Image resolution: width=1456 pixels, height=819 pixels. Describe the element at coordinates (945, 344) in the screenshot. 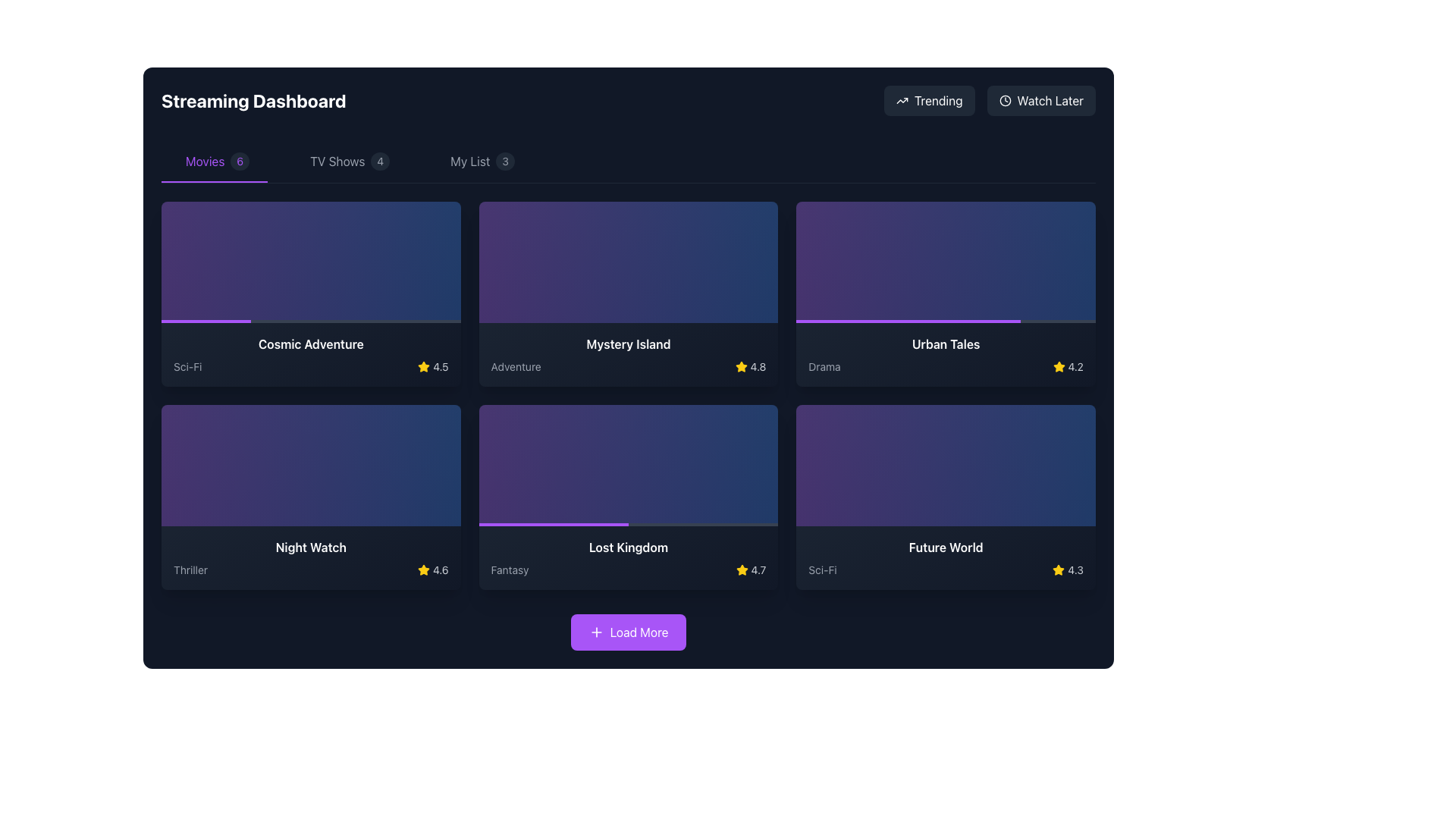

I see `the title label for the media content located in the top-right section of the Drama component, which indicates its name` at that location.